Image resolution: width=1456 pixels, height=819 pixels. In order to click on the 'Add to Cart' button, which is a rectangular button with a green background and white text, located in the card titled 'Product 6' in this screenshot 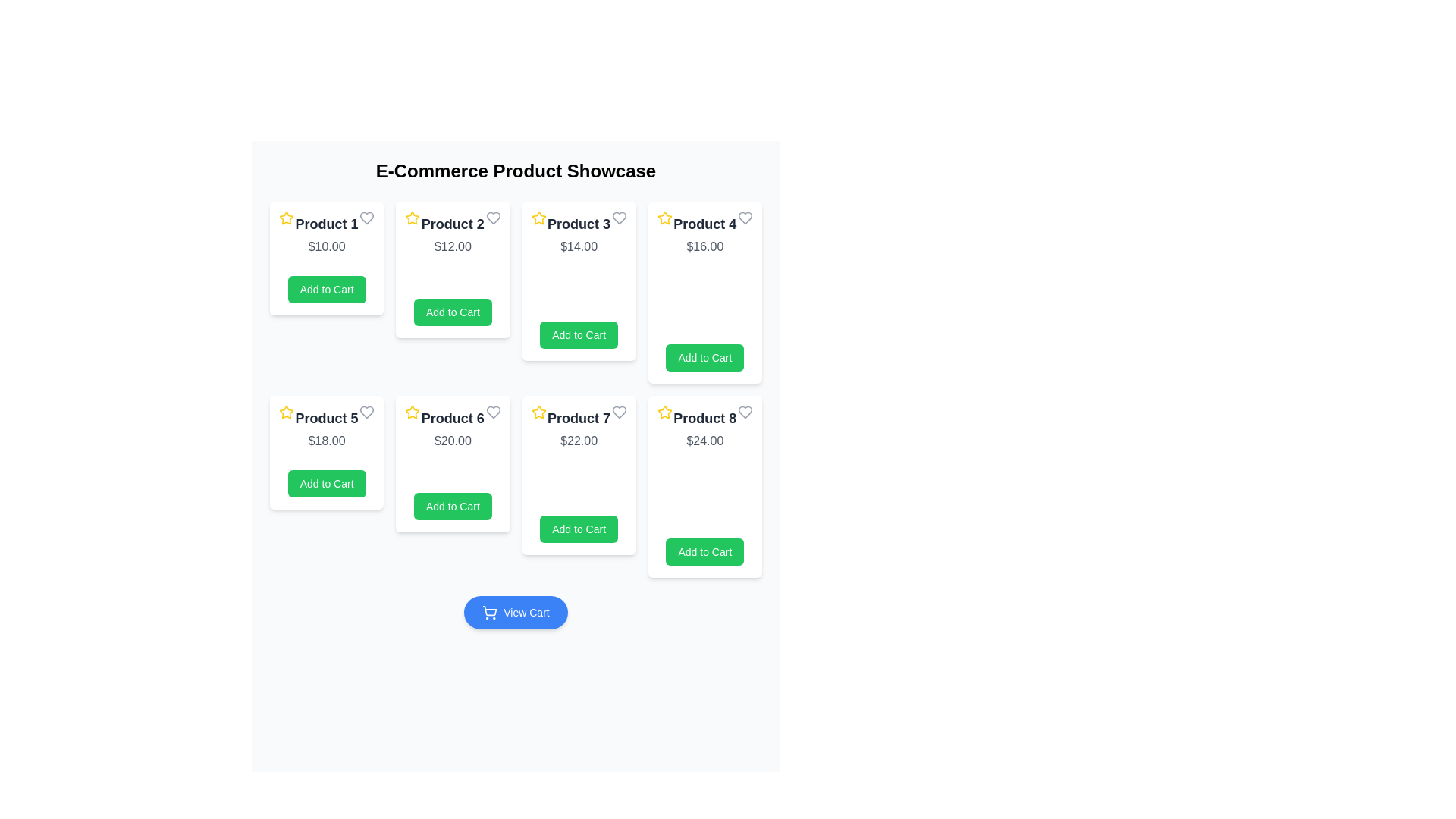, I will do `click(452, 506)`.